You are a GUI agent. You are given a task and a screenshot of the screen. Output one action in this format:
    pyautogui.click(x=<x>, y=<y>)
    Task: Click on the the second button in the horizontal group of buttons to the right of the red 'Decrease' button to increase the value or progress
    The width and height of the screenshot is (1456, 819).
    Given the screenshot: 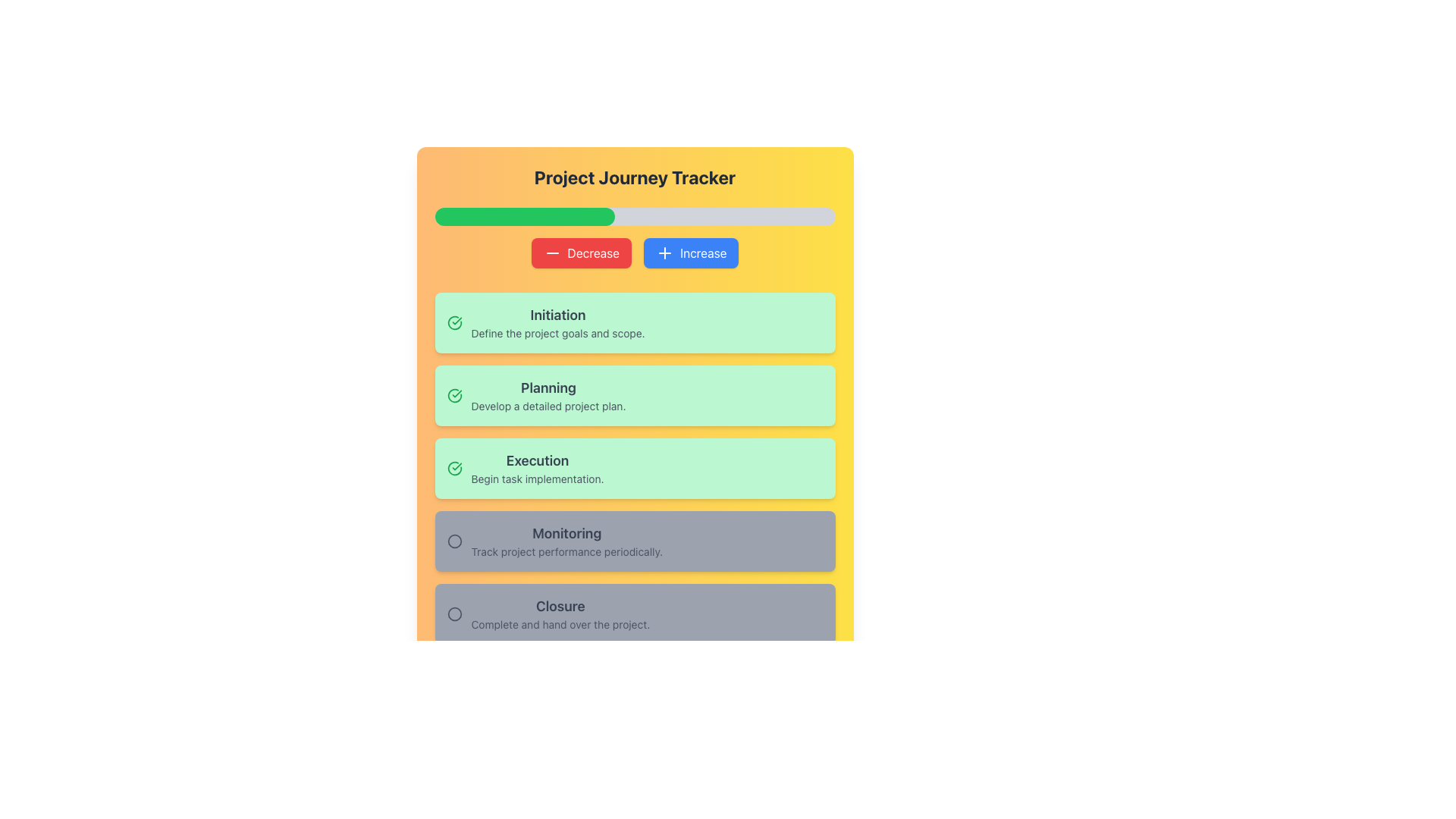 What is the action you would take?
    pyautogui.click(x=690, y=253)
    